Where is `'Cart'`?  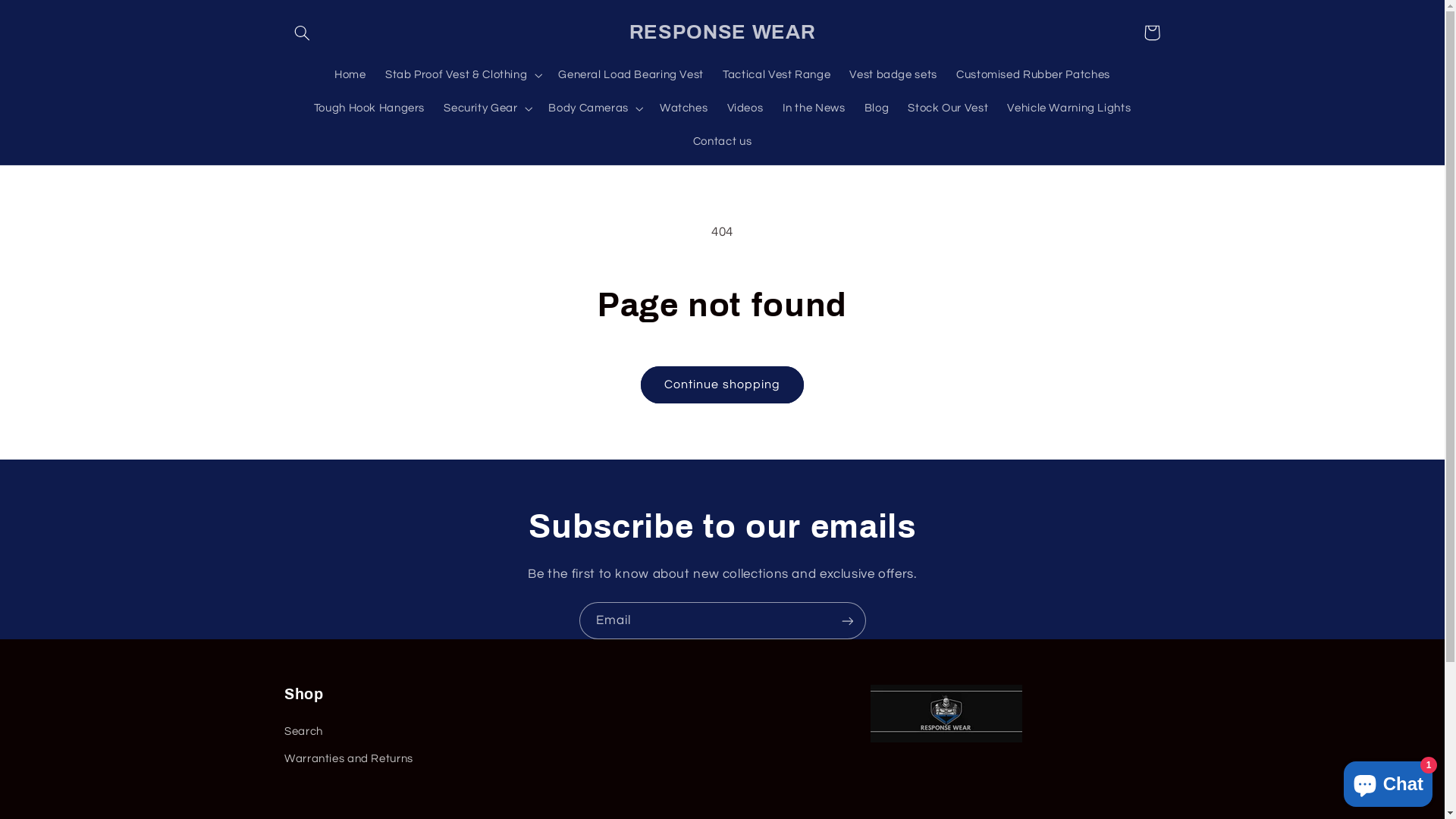
'Cart' is located at coordinates (1134, 32).